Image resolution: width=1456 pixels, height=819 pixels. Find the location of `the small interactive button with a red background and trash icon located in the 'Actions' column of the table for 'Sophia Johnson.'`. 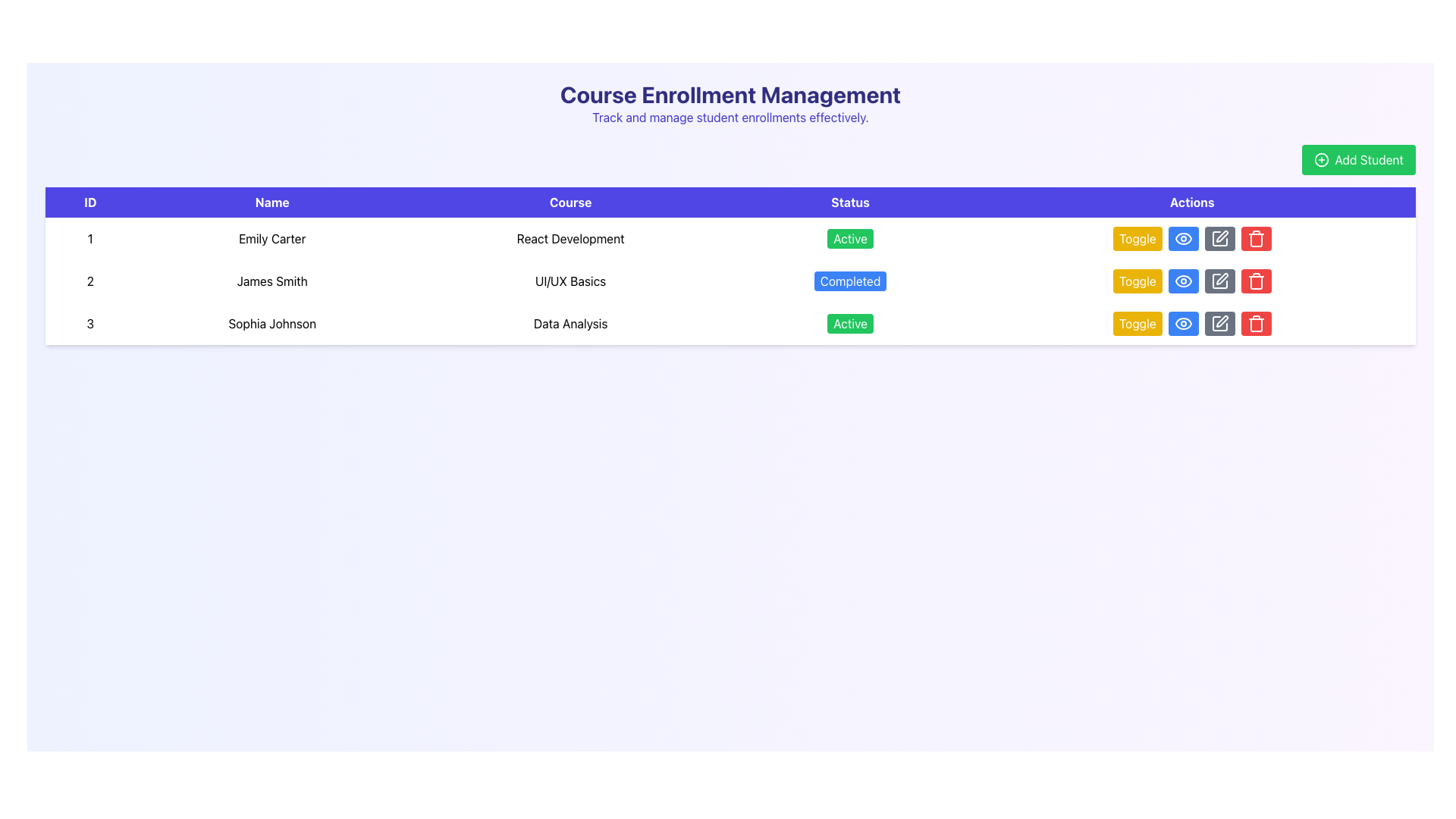

the small interactive button with a red background and trash icon located in the 'Actions' column of the table for 'Sophia Johnson.' is located at coordinates (1256, 239).